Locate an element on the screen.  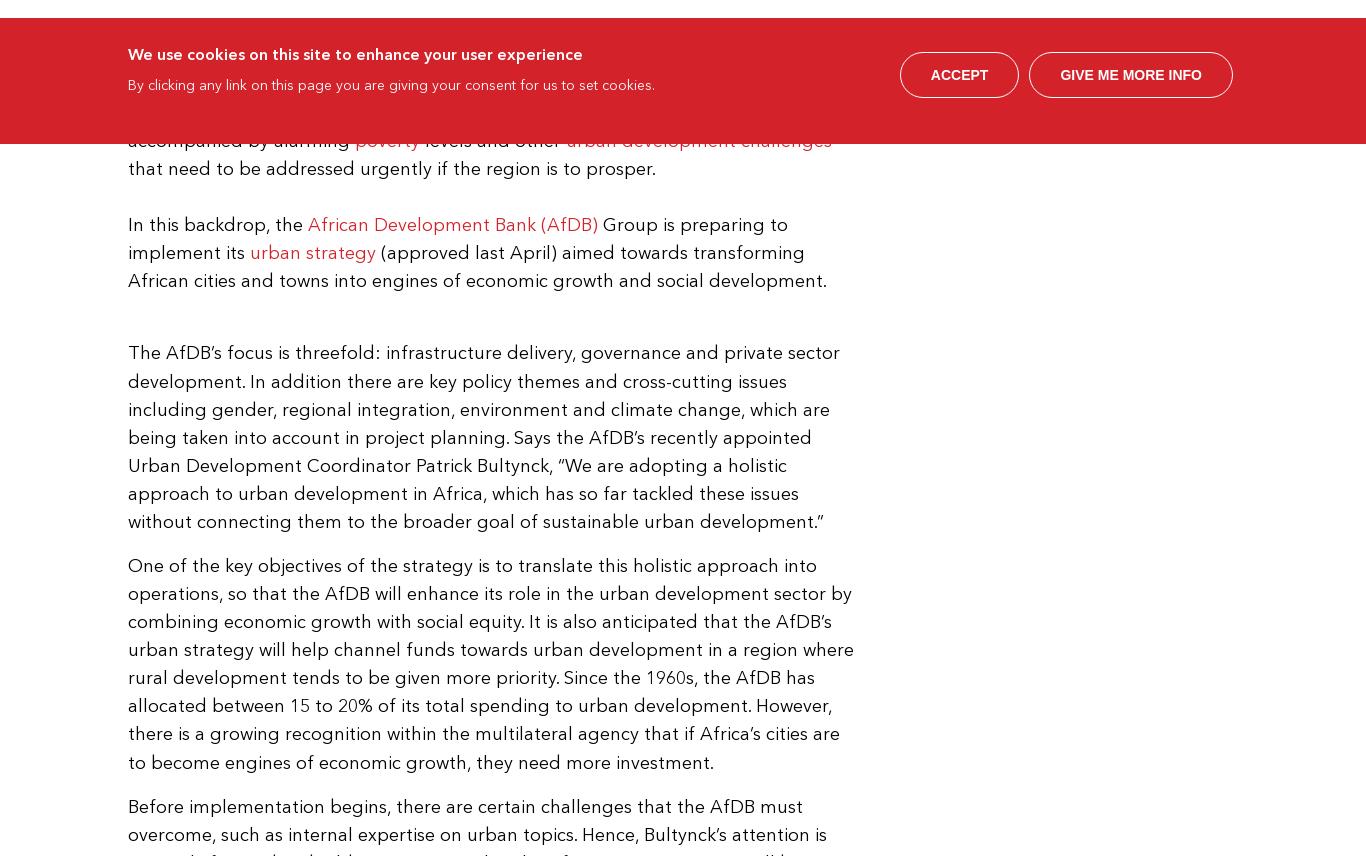
'urban strategy' is located at coordinates (312, 252).